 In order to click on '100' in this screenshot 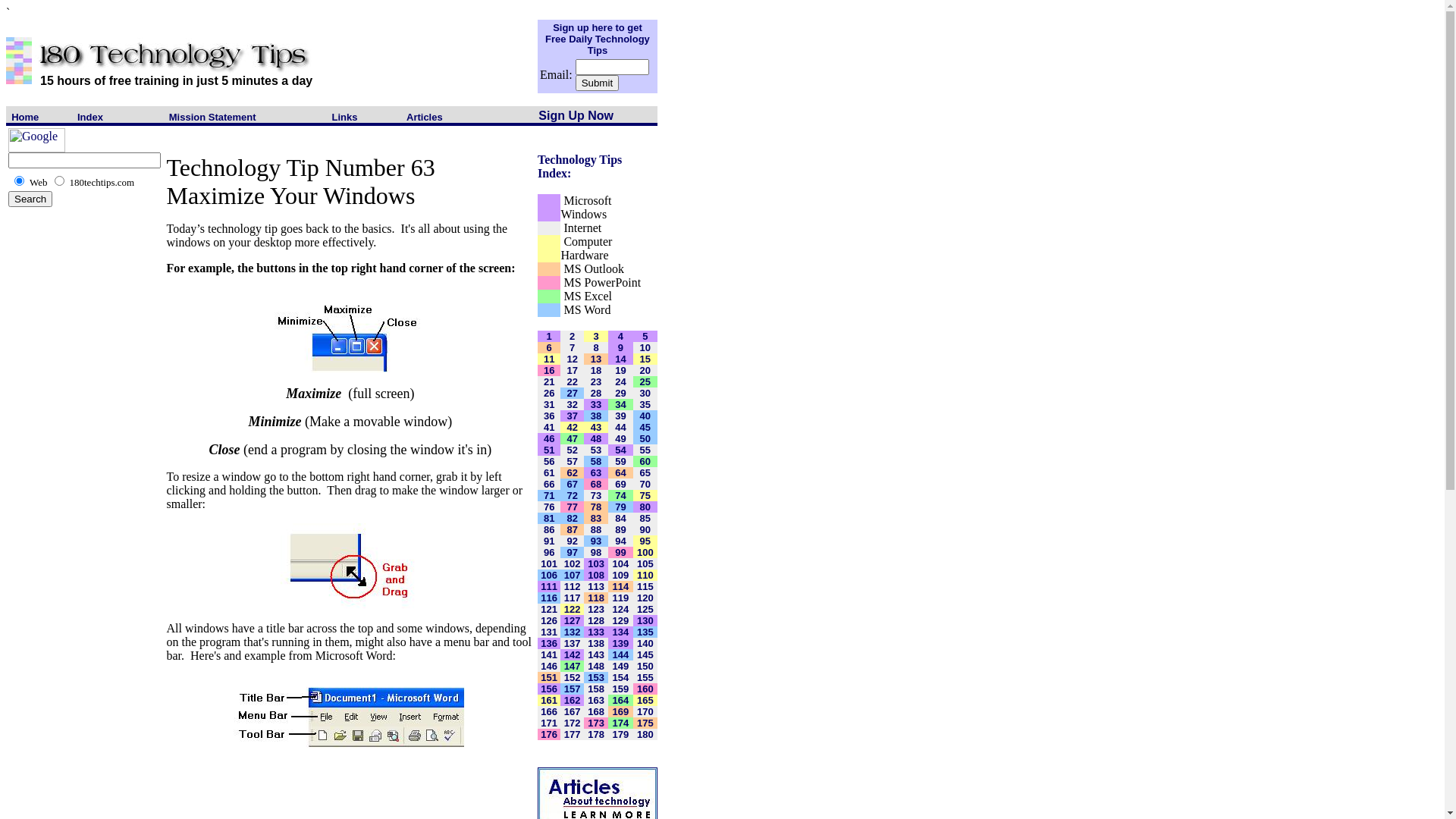, I will do `click(645, 551)`.